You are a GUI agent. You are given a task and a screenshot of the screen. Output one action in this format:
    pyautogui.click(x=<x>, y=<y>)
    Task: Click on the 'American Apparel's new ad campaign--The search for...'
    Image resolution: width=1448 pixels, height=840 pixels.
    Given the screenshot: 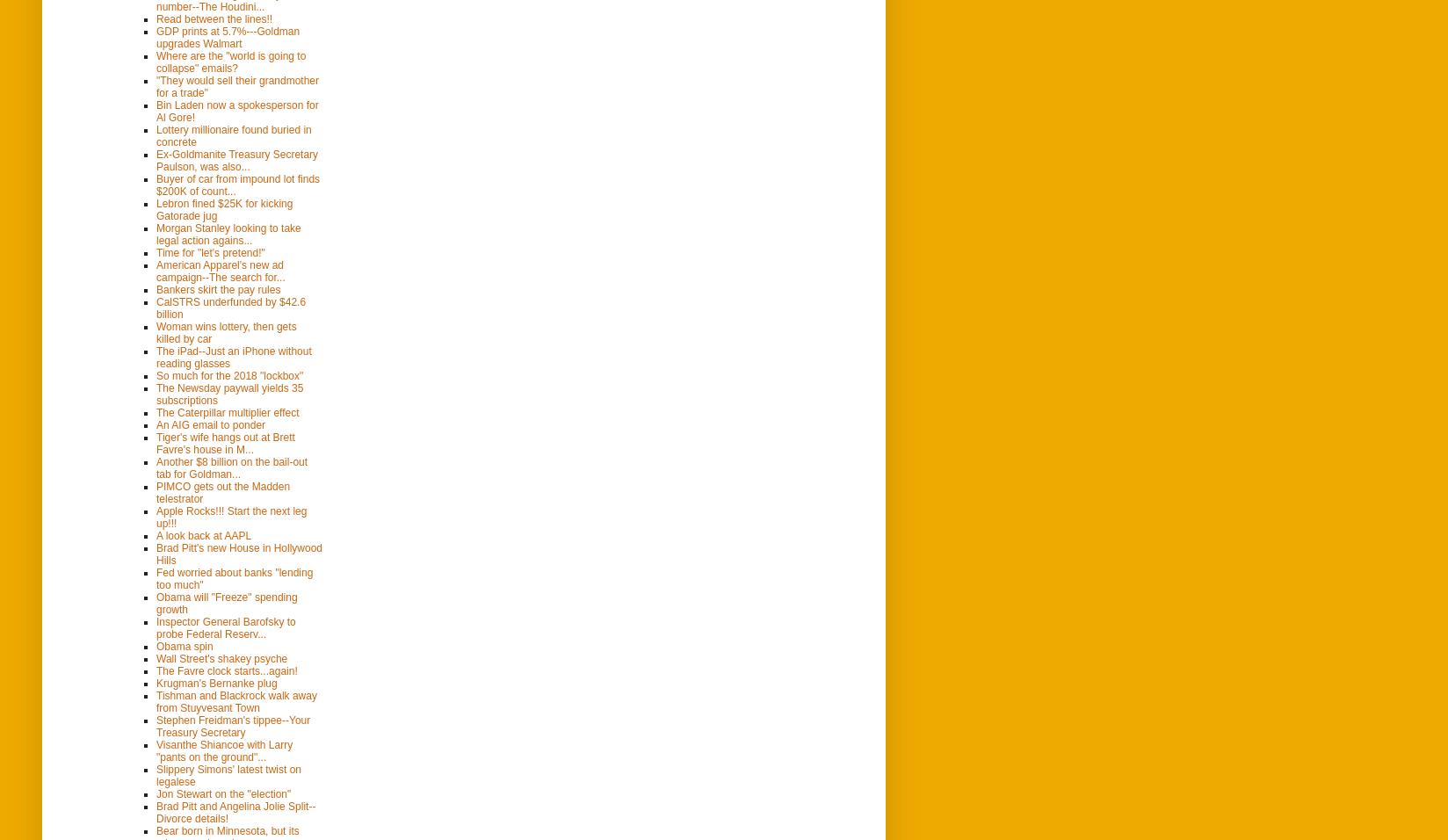 What is the action you would take?
    pyautogui.click(x=219, y=270)
    